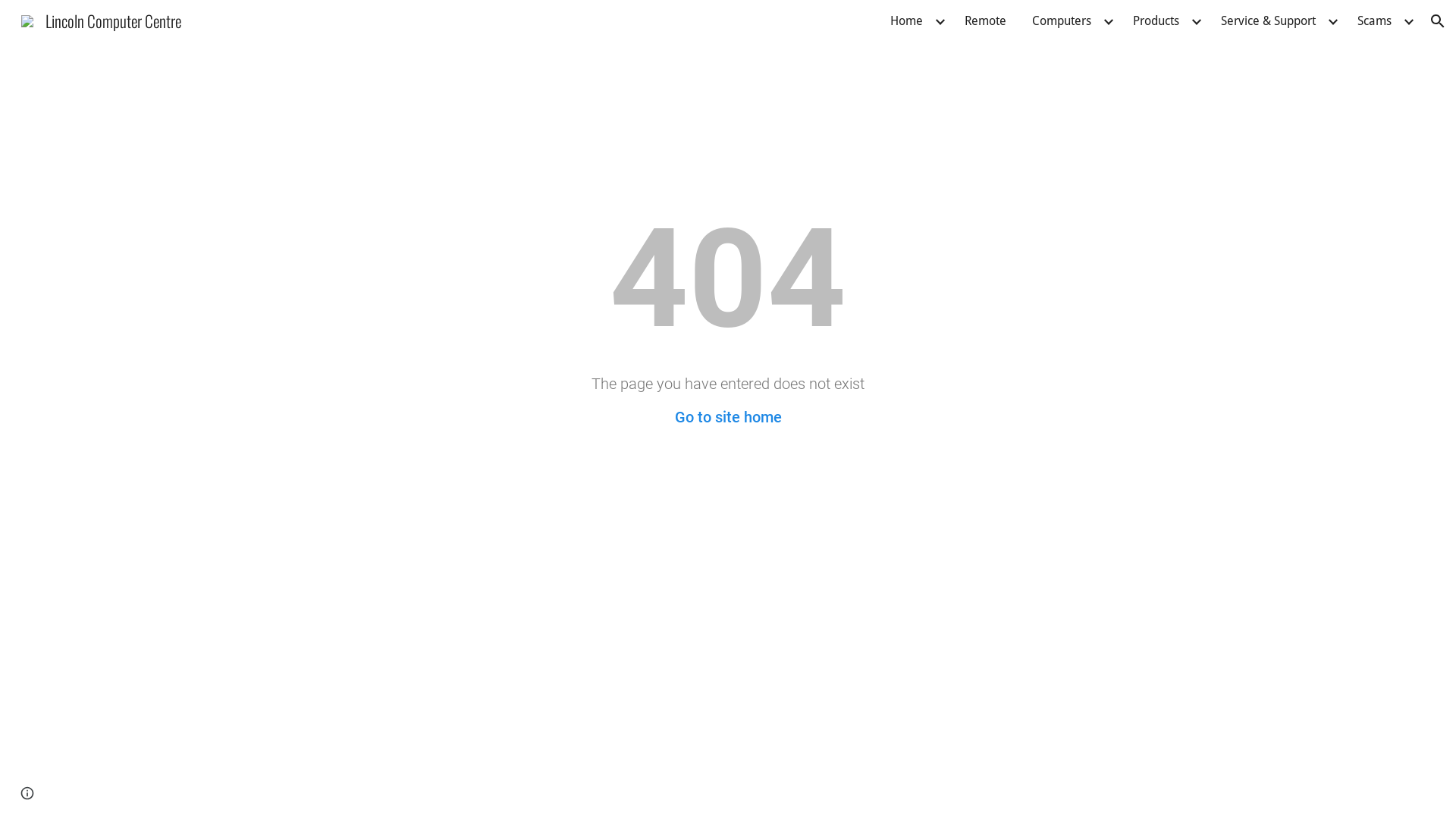 This screenshot has height=819, width=1456. What do you see at coordinates (1155, 20) in the screenshot?
I see `'Products'` at bounding box center [1155, 20].